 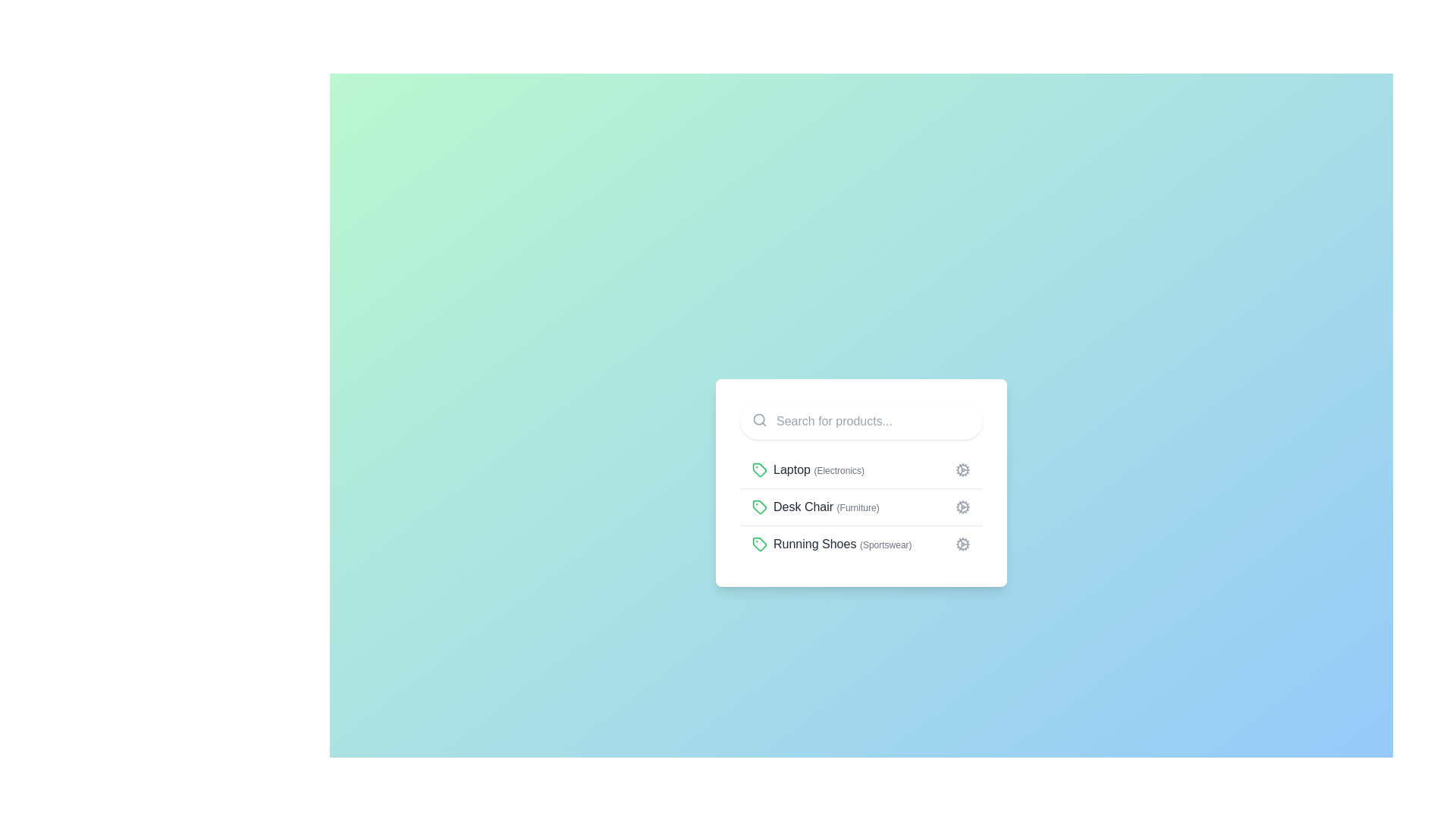 What do you see at coordinates (760, 420) in the screenshot?
I see `the magnifying glass icon located on the left side of the search bar, near the top-left corner of the input field` at bounding box center [760, 420].